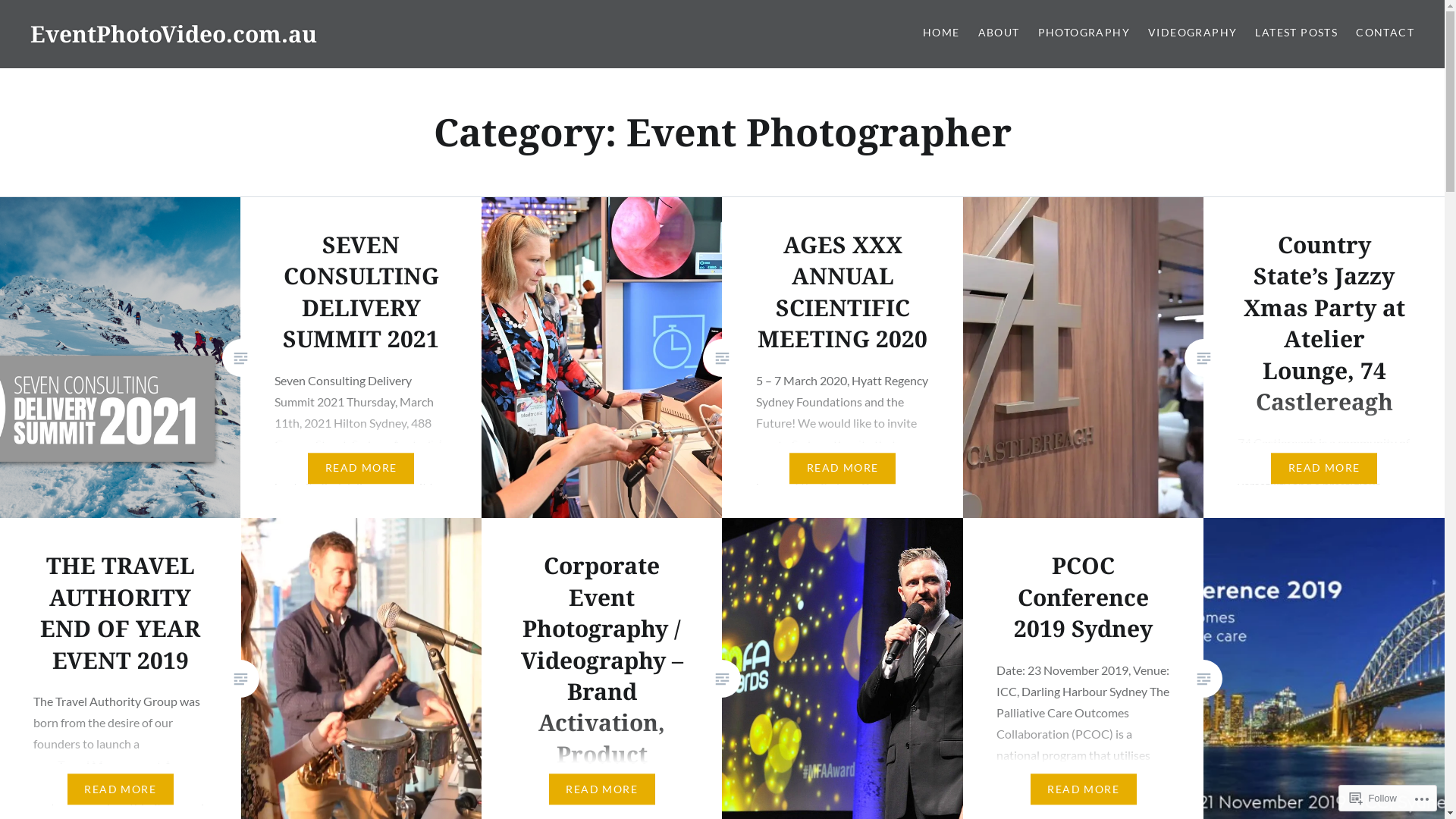  Describe the element at coordinates (1083, 33) in the screenshot. I see `'PHOTOGRAPHY'` at that location.